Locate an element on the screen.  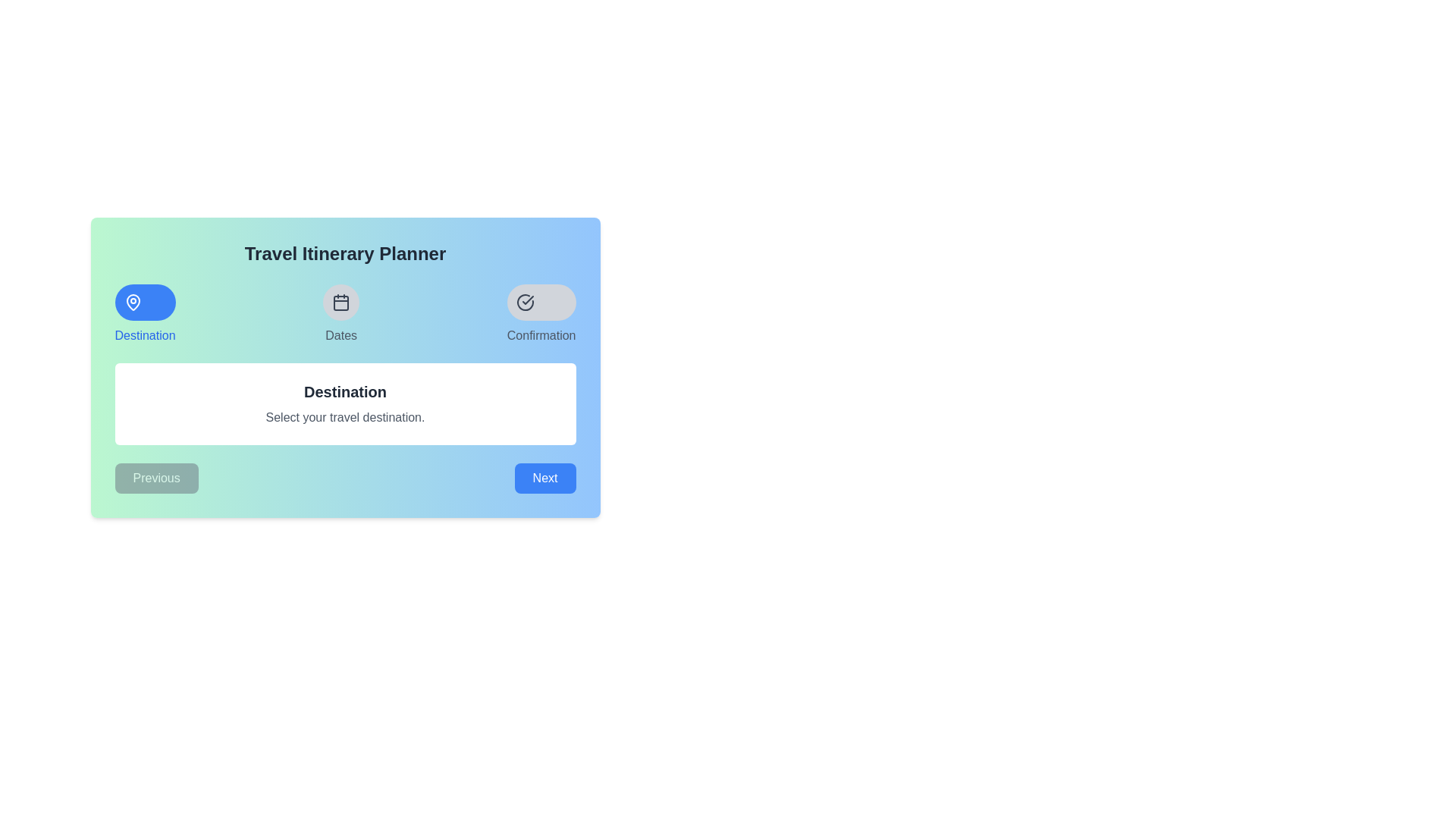
the circular button with a calendar icon located in the top row of the interface is located at coordinates (340, 302).